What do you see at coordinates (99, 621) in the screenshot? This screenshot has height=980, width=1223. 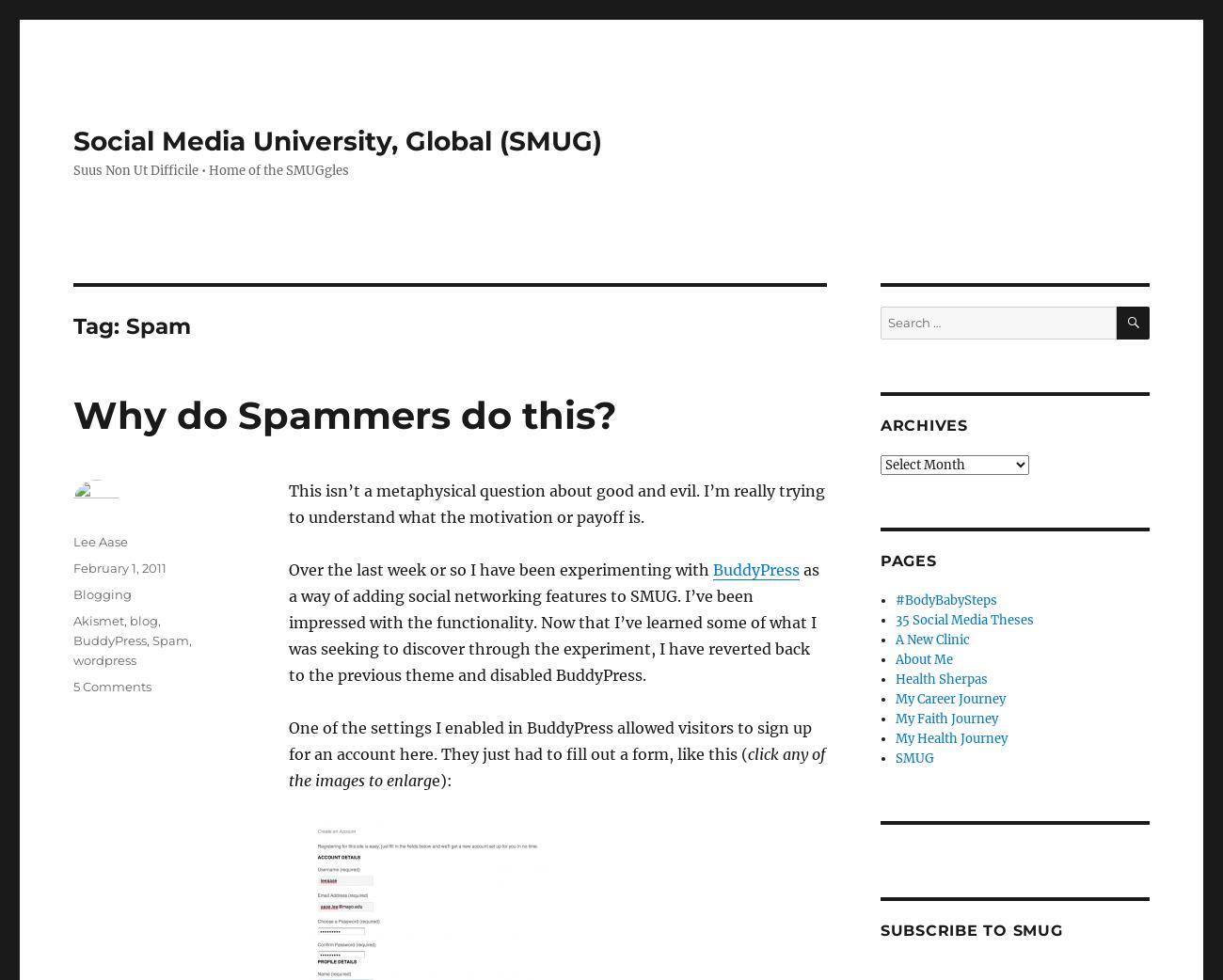 I see `'Akismet'` at bounding box center [99, 621].